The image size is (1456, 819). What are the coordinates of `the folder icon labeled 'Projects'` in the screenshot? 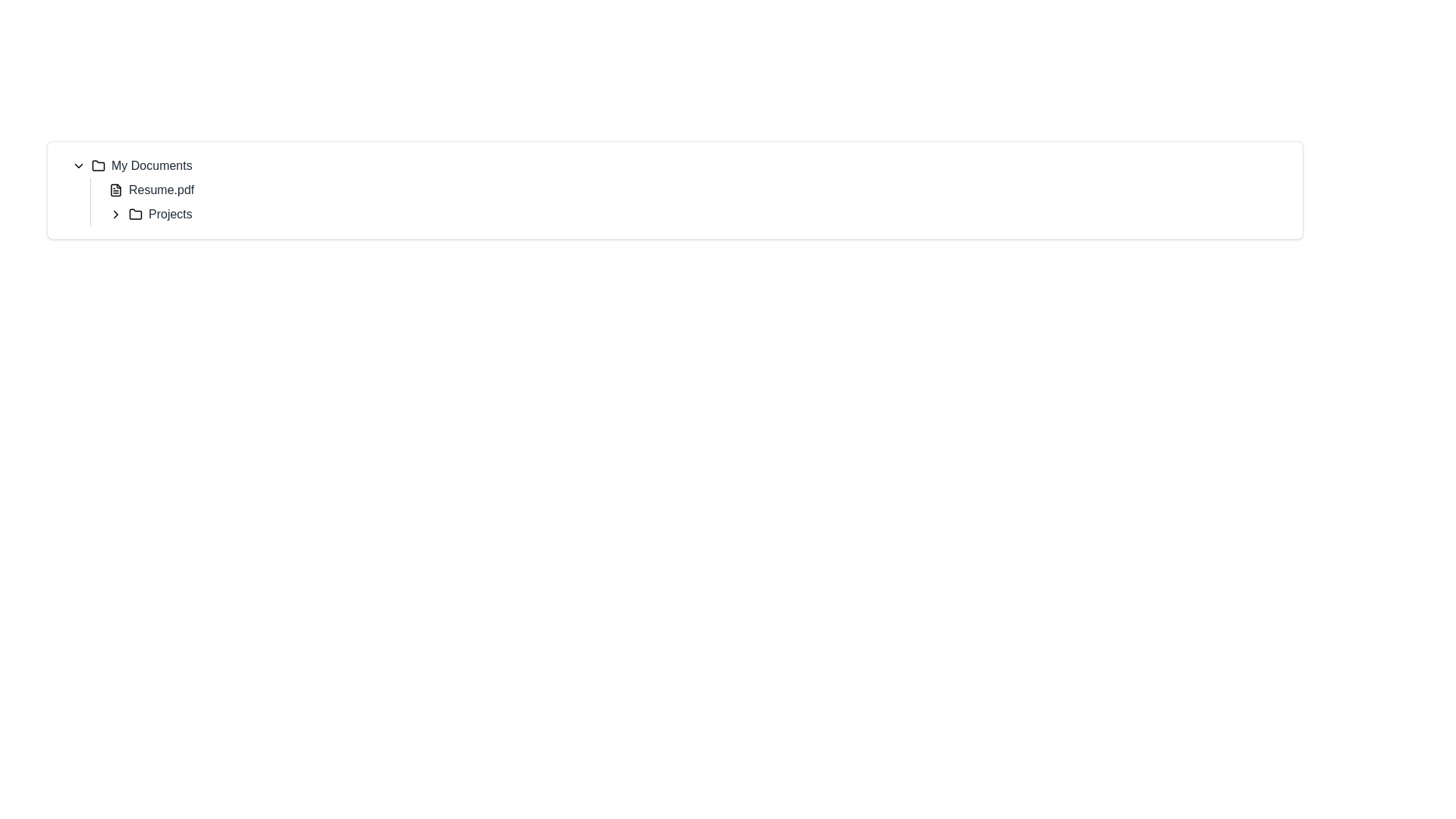 It's located at (135, 213).